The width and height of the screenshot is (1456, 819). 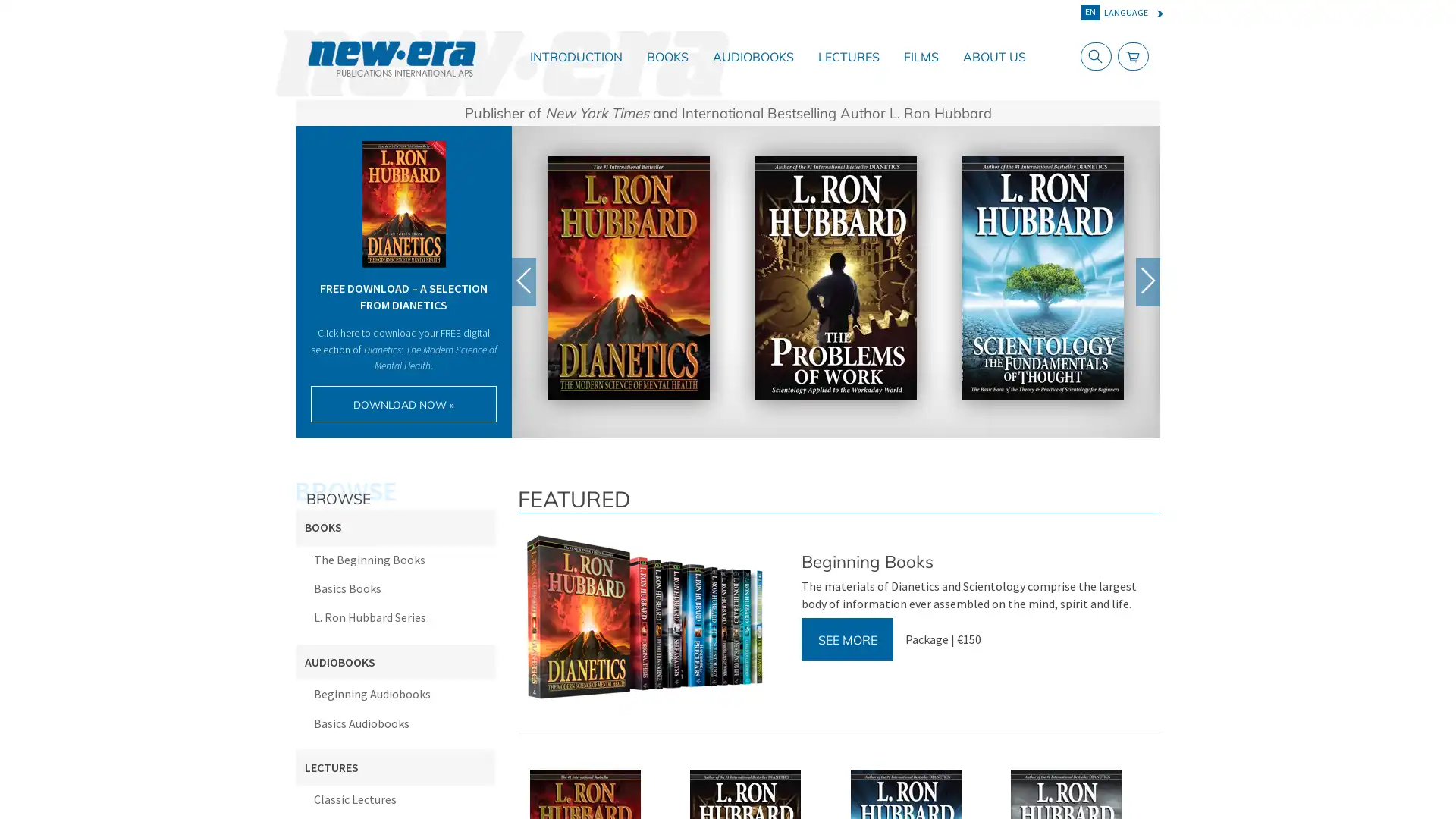 I want to click on Next slide, so click(x=1147, y=281).